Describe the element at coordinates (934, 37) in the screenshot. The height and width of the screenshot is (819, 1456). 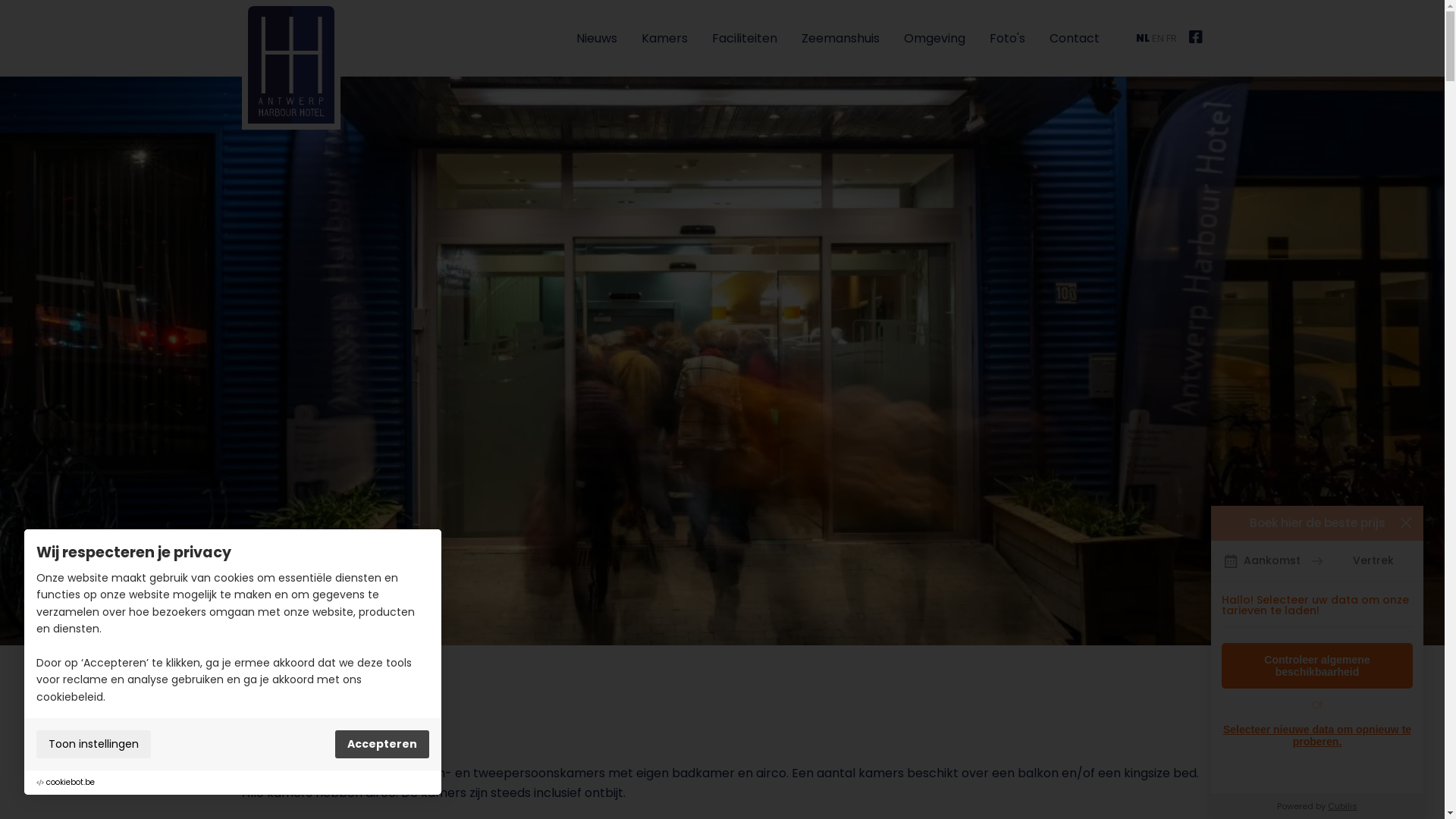
I see `'Omgeving'` at that location.